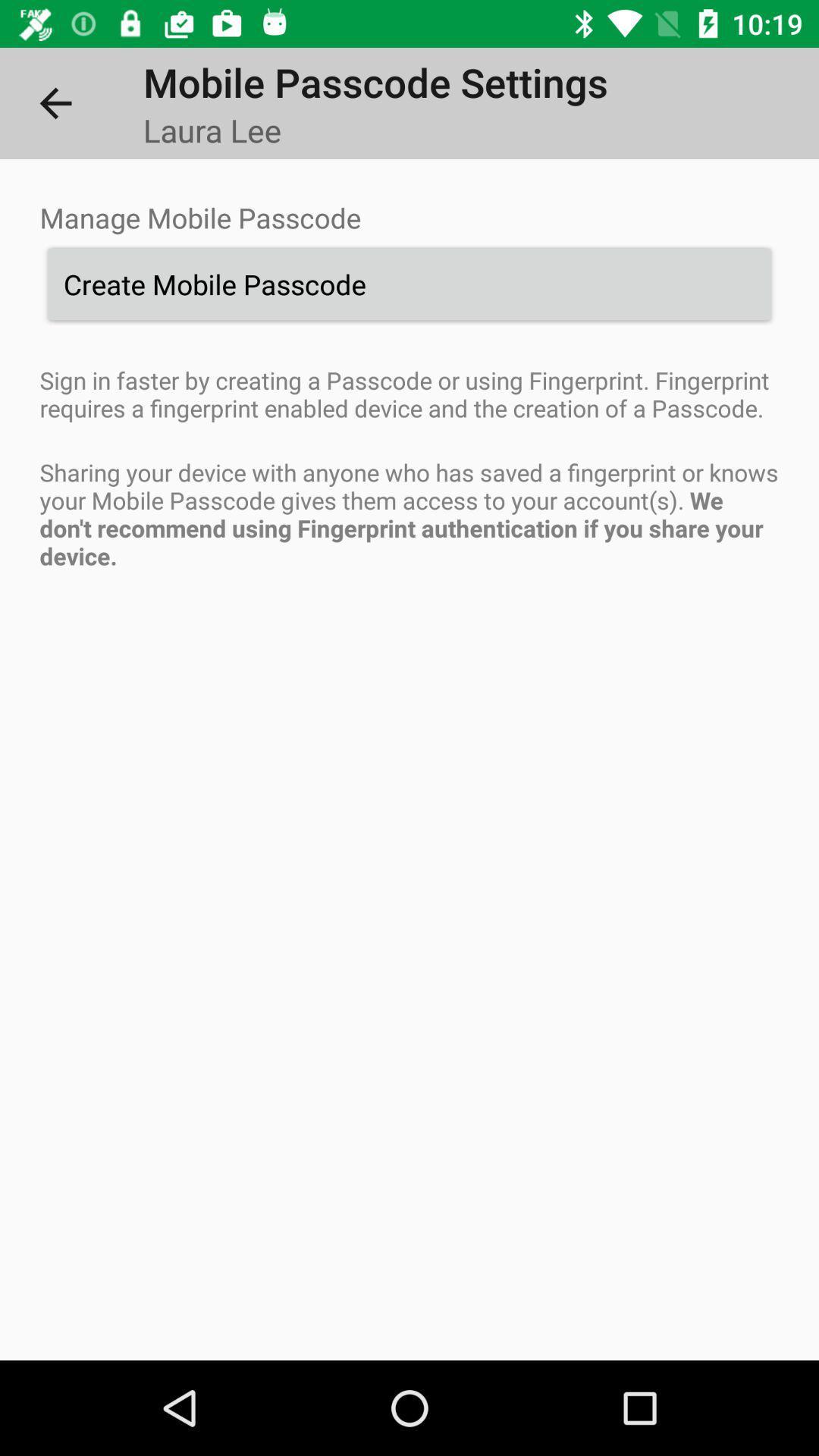  Describe the element at coordinates (55, 102) in the screenshot. I see `the icon next to mobile passcode settings icon` at that location.